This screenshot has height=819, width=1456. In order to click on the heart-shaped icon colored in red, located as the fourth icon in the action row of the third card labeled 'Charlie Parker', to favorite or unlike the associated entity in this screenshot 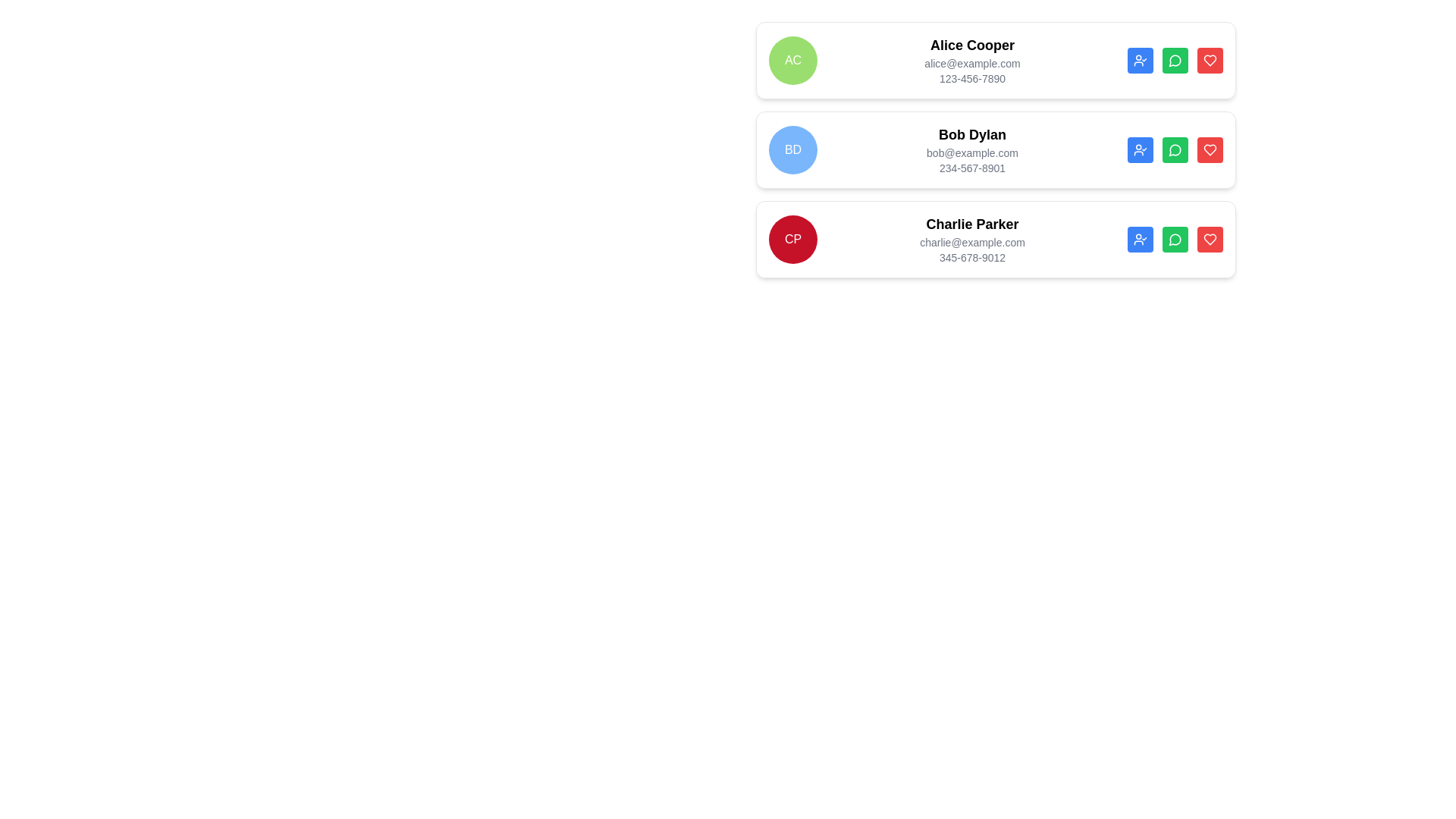, I will do `click(1210, 239)`.